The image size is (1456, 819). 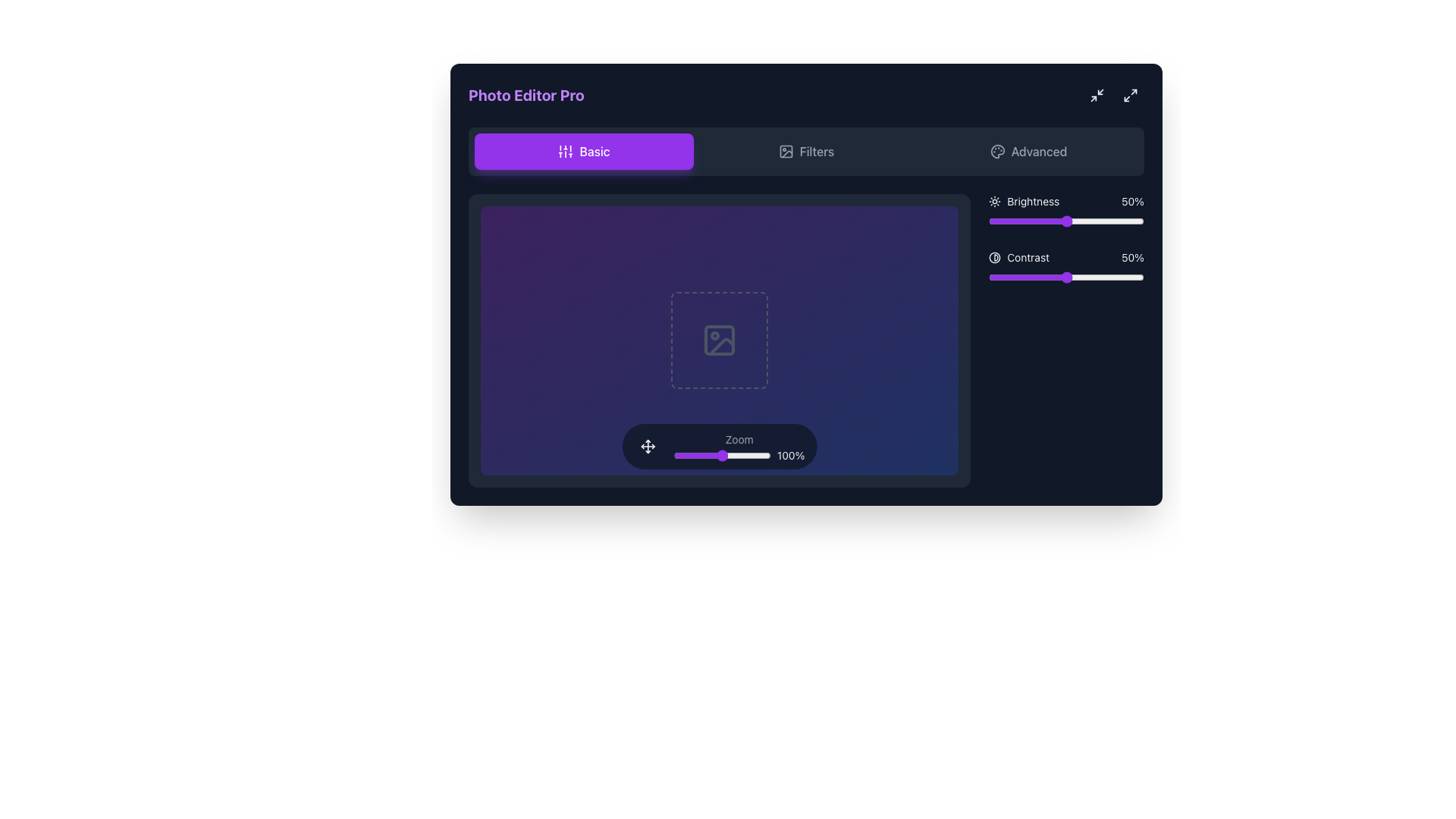 What do you see at coordinates (1028, 152) in the screenshot?
I see `the 'Advanced' button located at the far right of the row of three buttons labeled 'Basic', 'Filters', and 'Advanced'` at bounding box center [1028, 152].